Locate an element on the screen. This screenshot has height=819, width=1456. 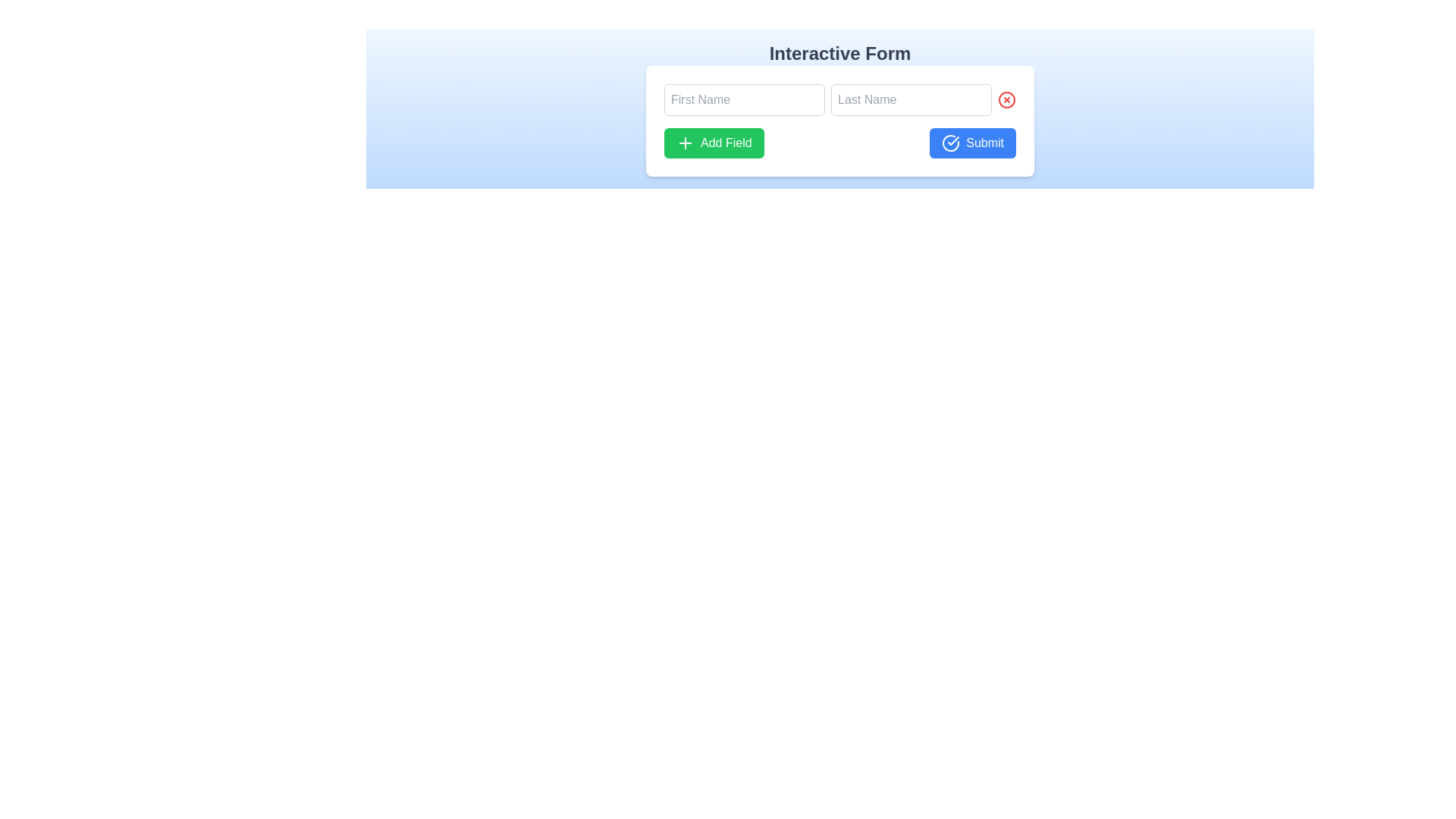
the removal or cancellation button located to the immediate right of the 'Last Name' input field is located at coordinates (1007, 99).